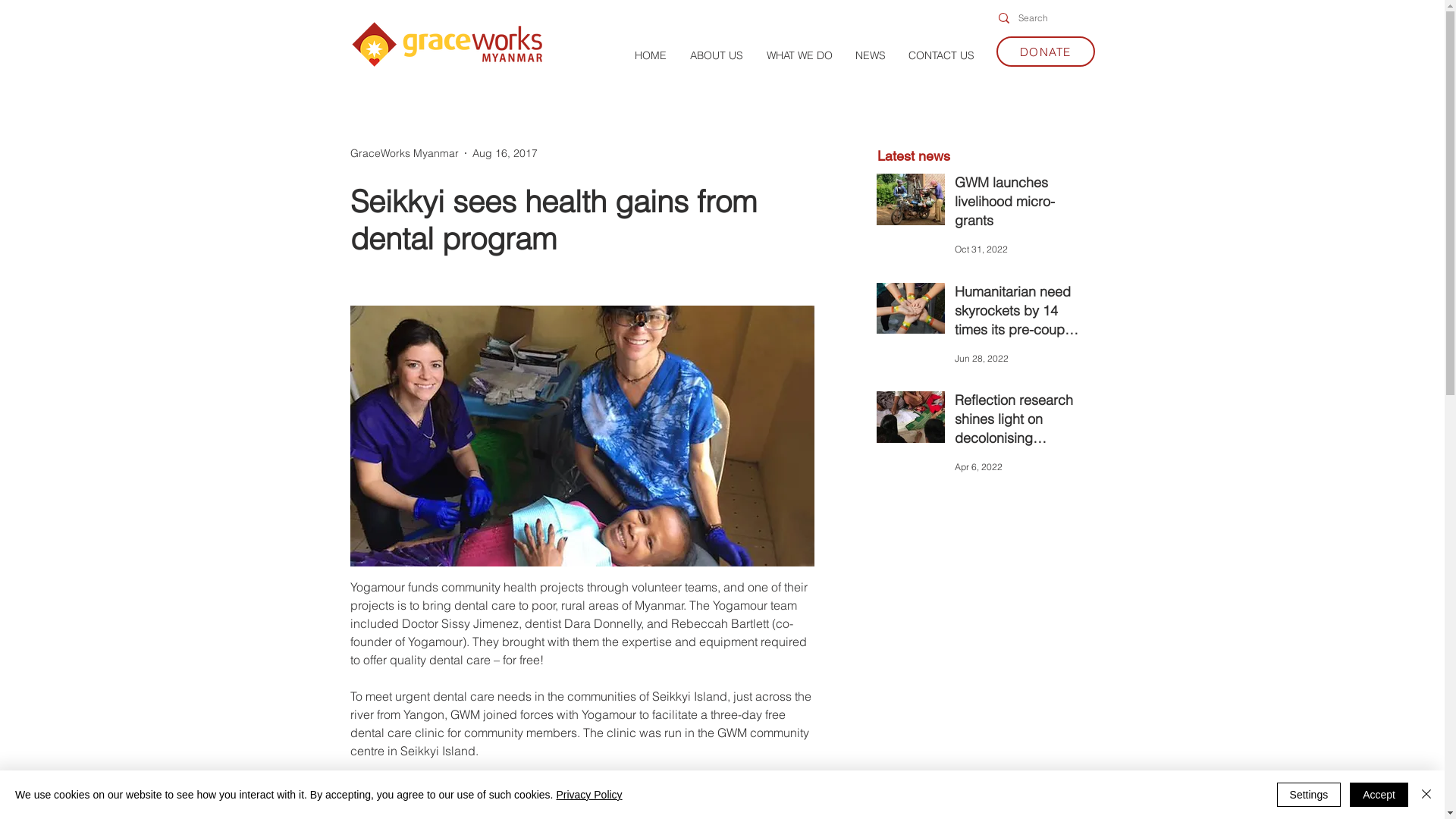 Image resolution: width=1456 pixels, height=819 pixels. I want to click on 'Accept', so click(1379, 794).